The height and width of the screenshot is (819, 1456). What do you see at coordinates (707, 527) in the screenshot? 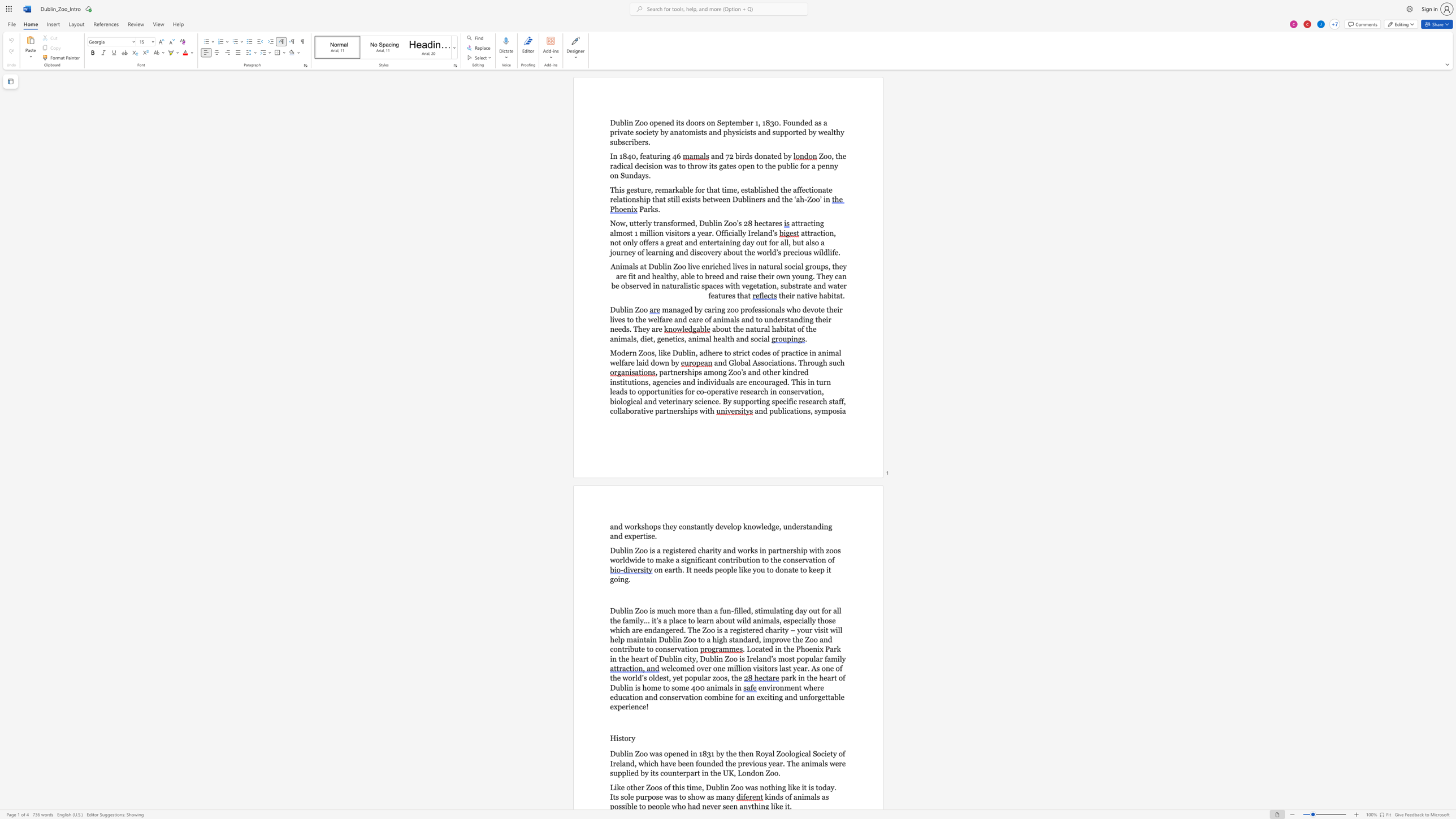
I see `the space between the continuous character "t" and "l" in the text` at bounding box center [707, 527].